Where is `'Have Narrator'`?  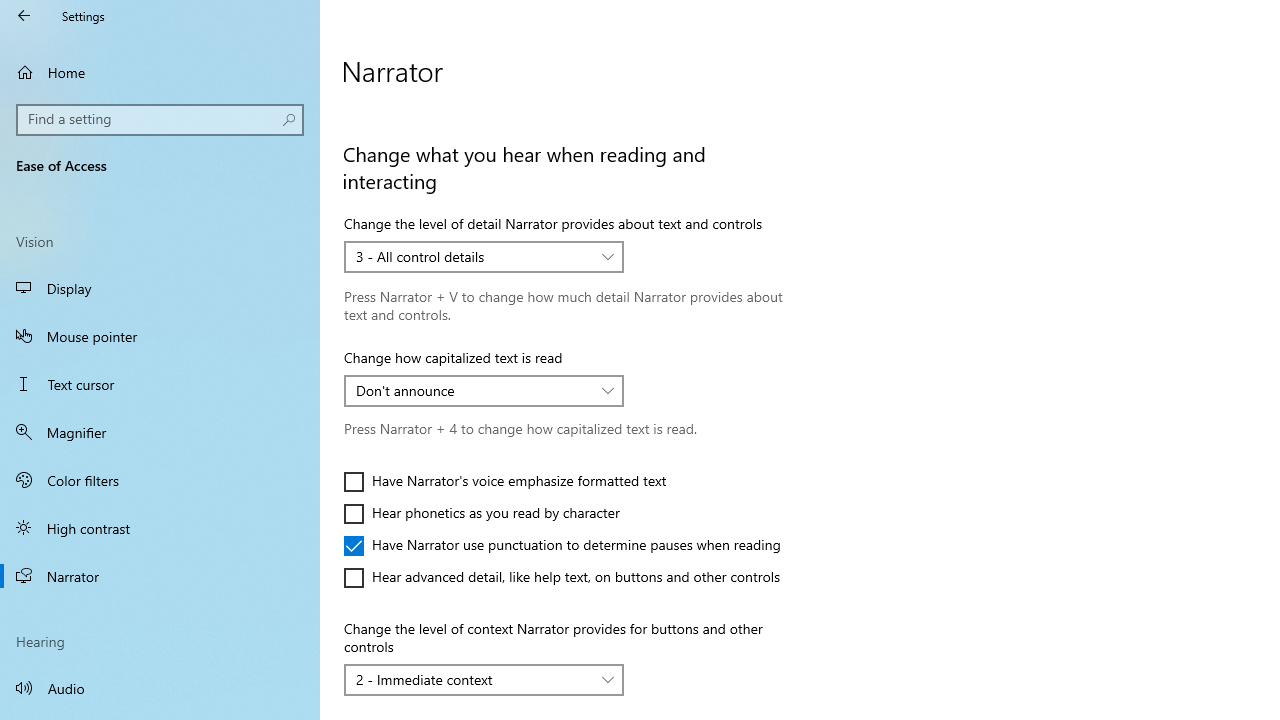 'Have Narrator' is located at coordinates (505, 482).